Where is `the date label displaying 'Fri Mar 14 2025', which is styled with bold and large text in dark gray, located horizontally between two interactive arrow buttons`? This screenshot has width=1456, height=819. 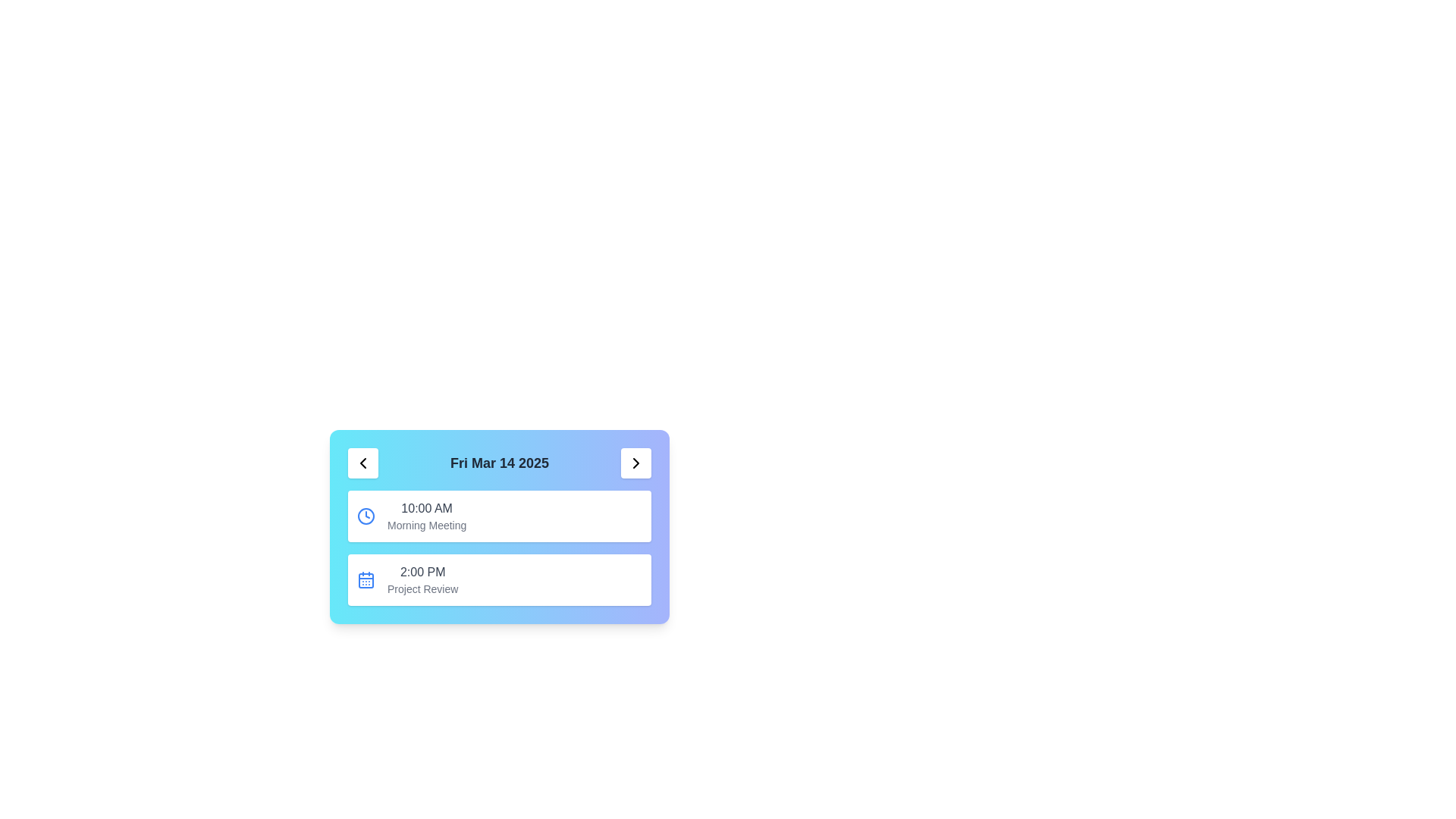
the date label displaying 'Fri Mar 14 2025', which is styled with bold and large text in dark gray, located horizontally between two interactive arrow buttons is located at coordinates (499, 462).